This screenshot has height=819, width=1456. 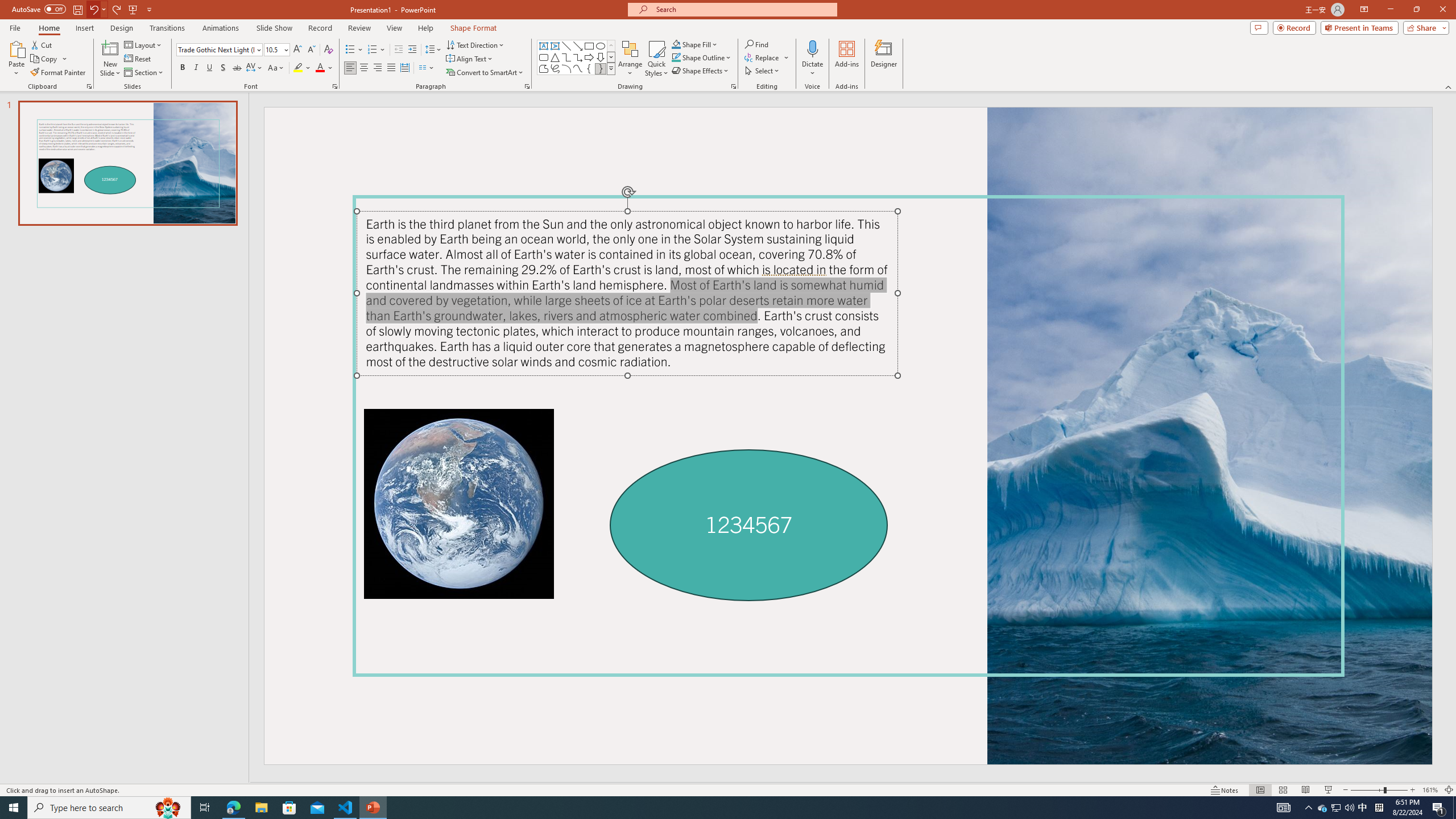 What do you see at coordinates (1430, 790) in the screenshot?
I see `'Zoom 161%'` at bounding box center [1430, 790].